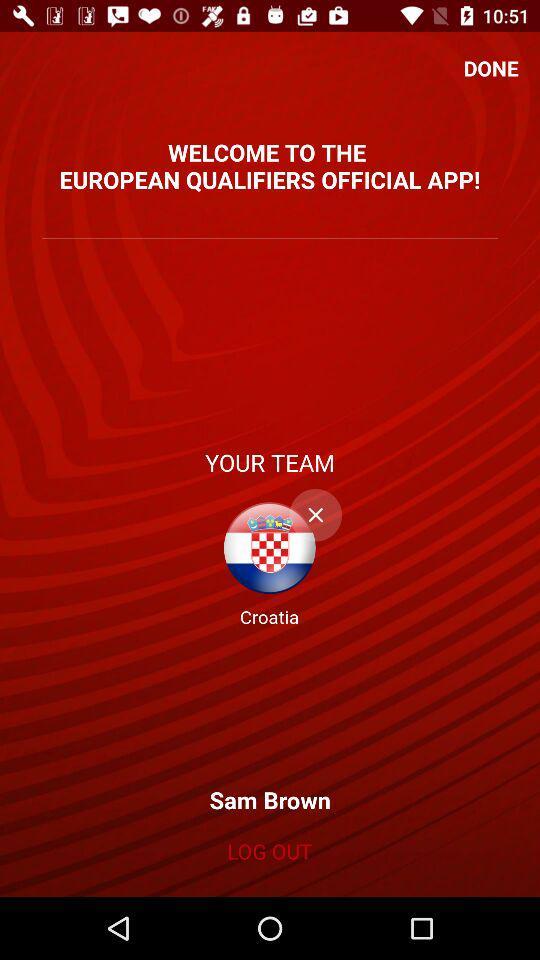  I want to click on the done item, so click(490, 68).